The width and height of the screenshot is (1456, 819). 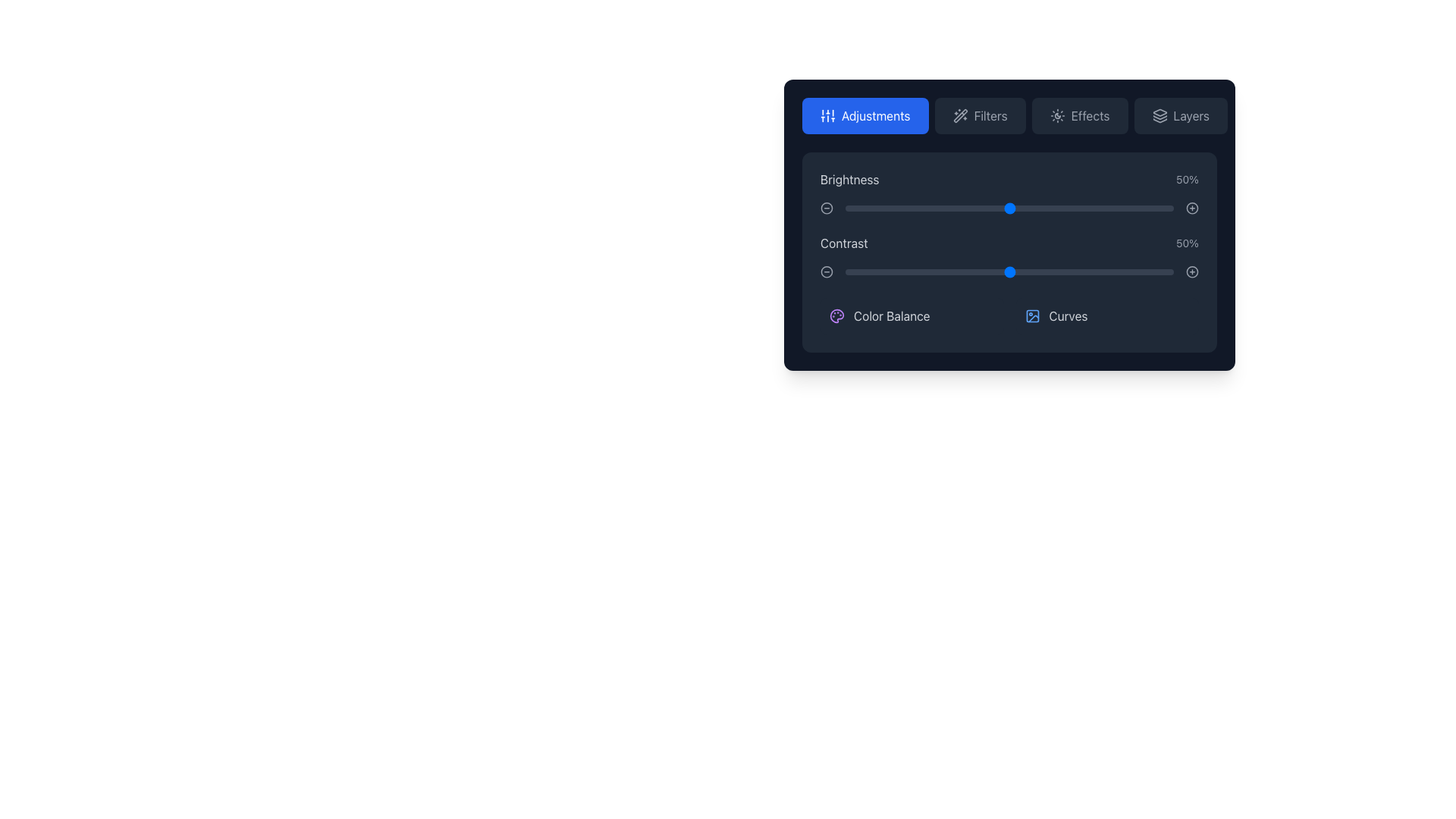 What do you see at coordinates (999, 208) in the screenshot?
I see `Brightness slider` at bounding box center [999, 208].